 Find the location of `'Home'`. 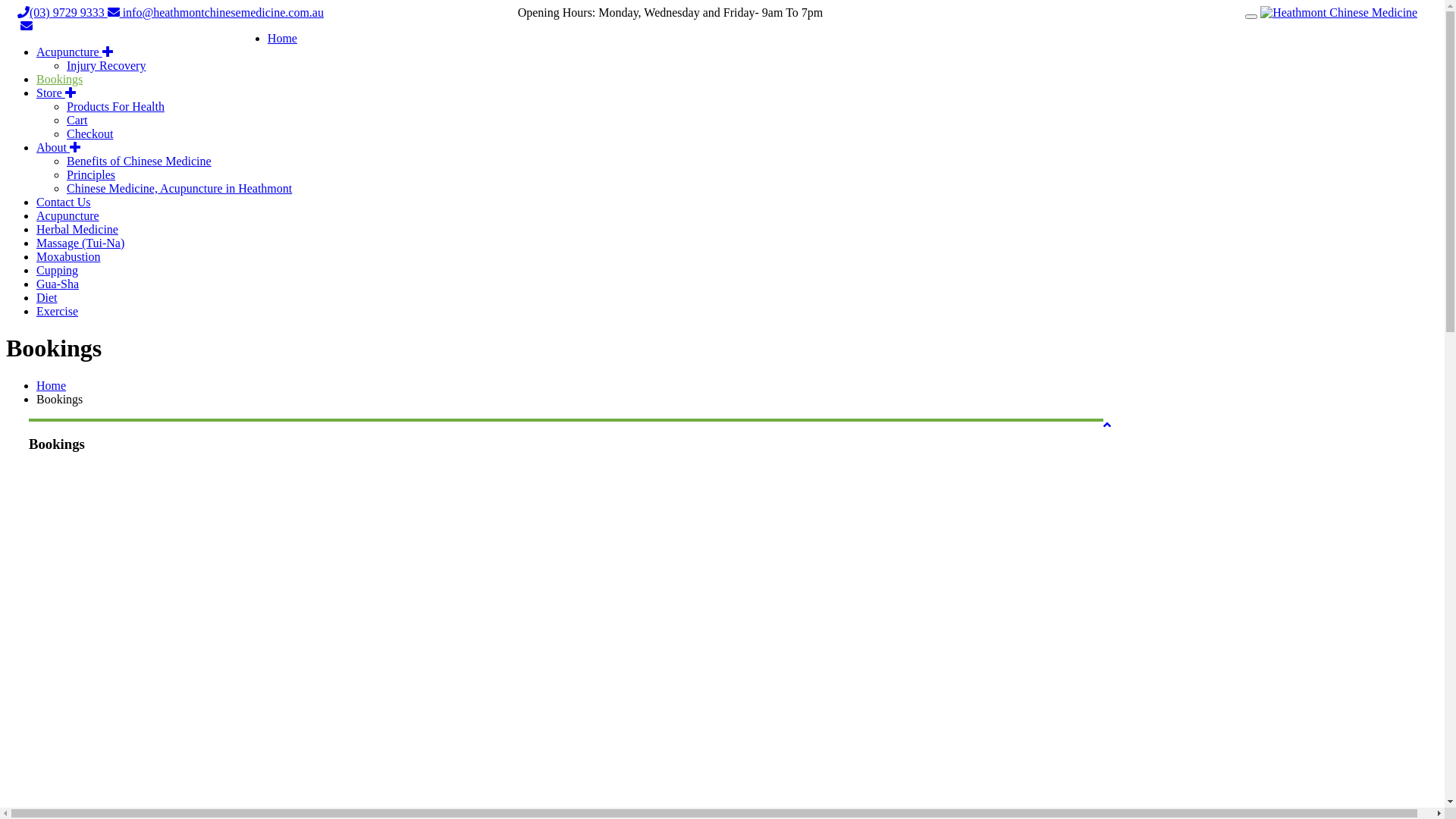

'Home' is located at coordinates (36, 384).